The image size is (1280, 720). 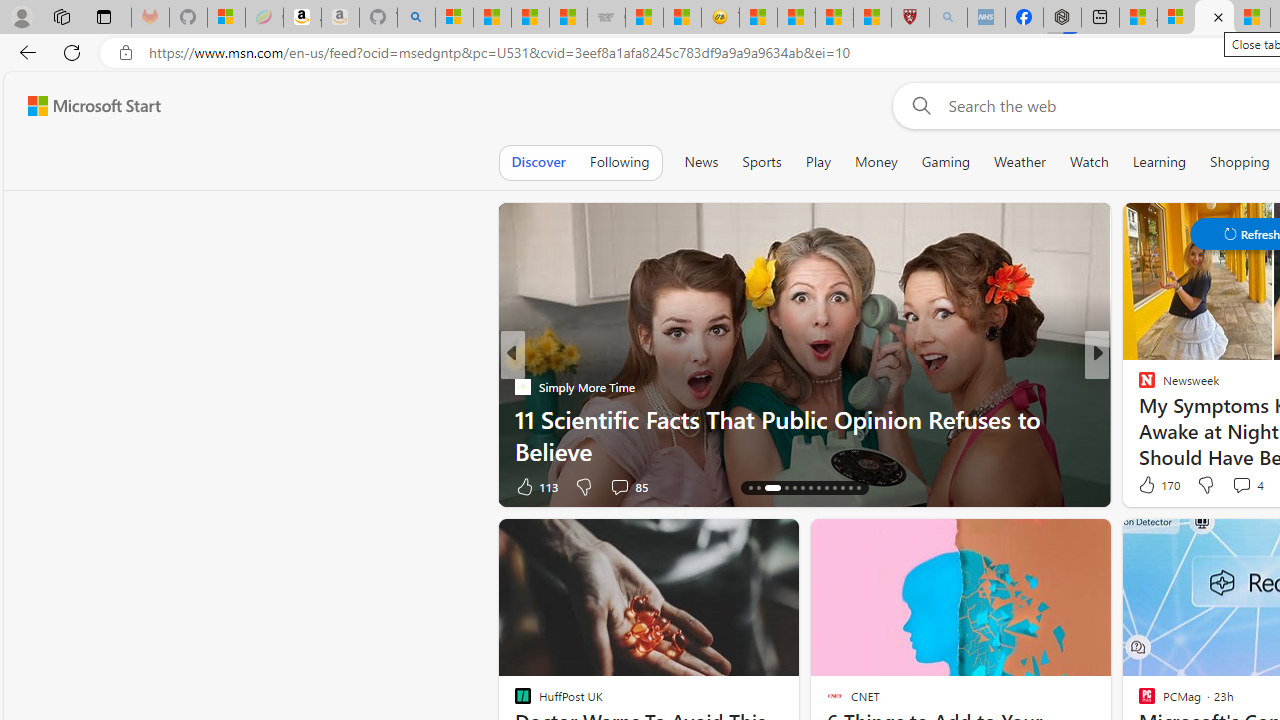 What do you see at coordinates (1152, 486) in the screenshot?
I see `'636 Like'` at bounding box center [1152, 486].